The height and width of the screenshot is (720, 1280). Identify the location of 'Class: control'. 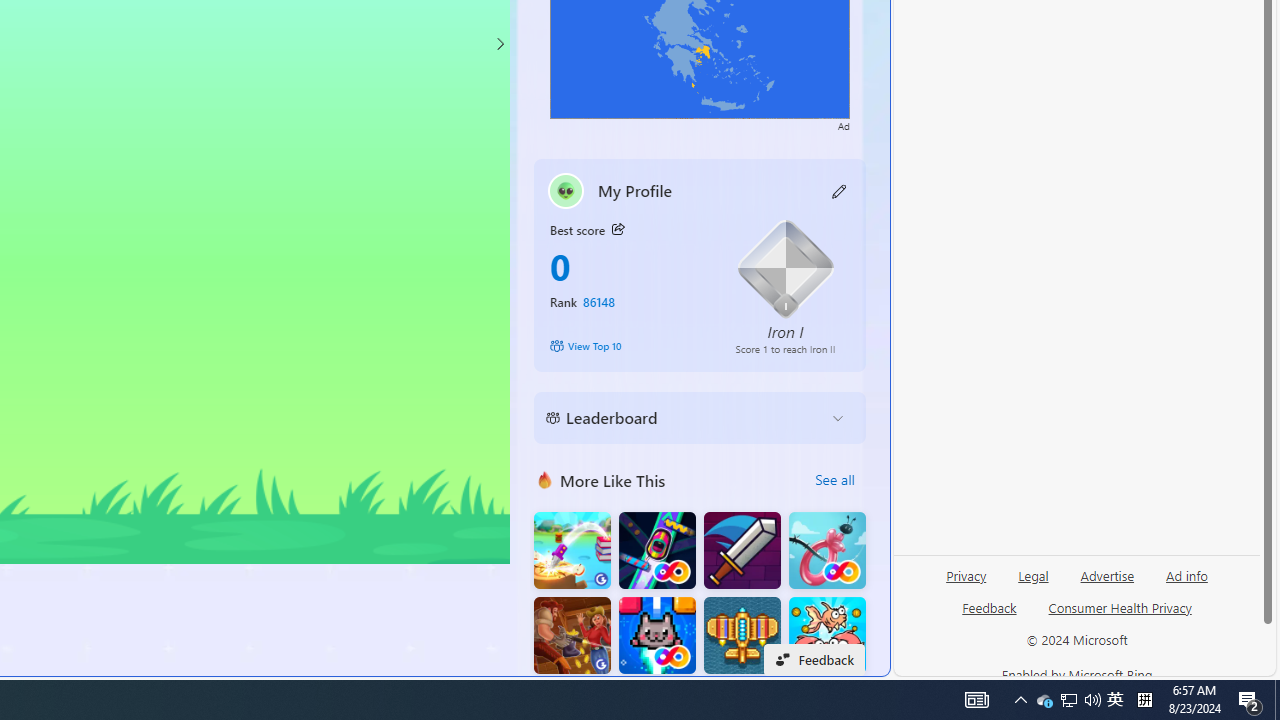
(499, 43).